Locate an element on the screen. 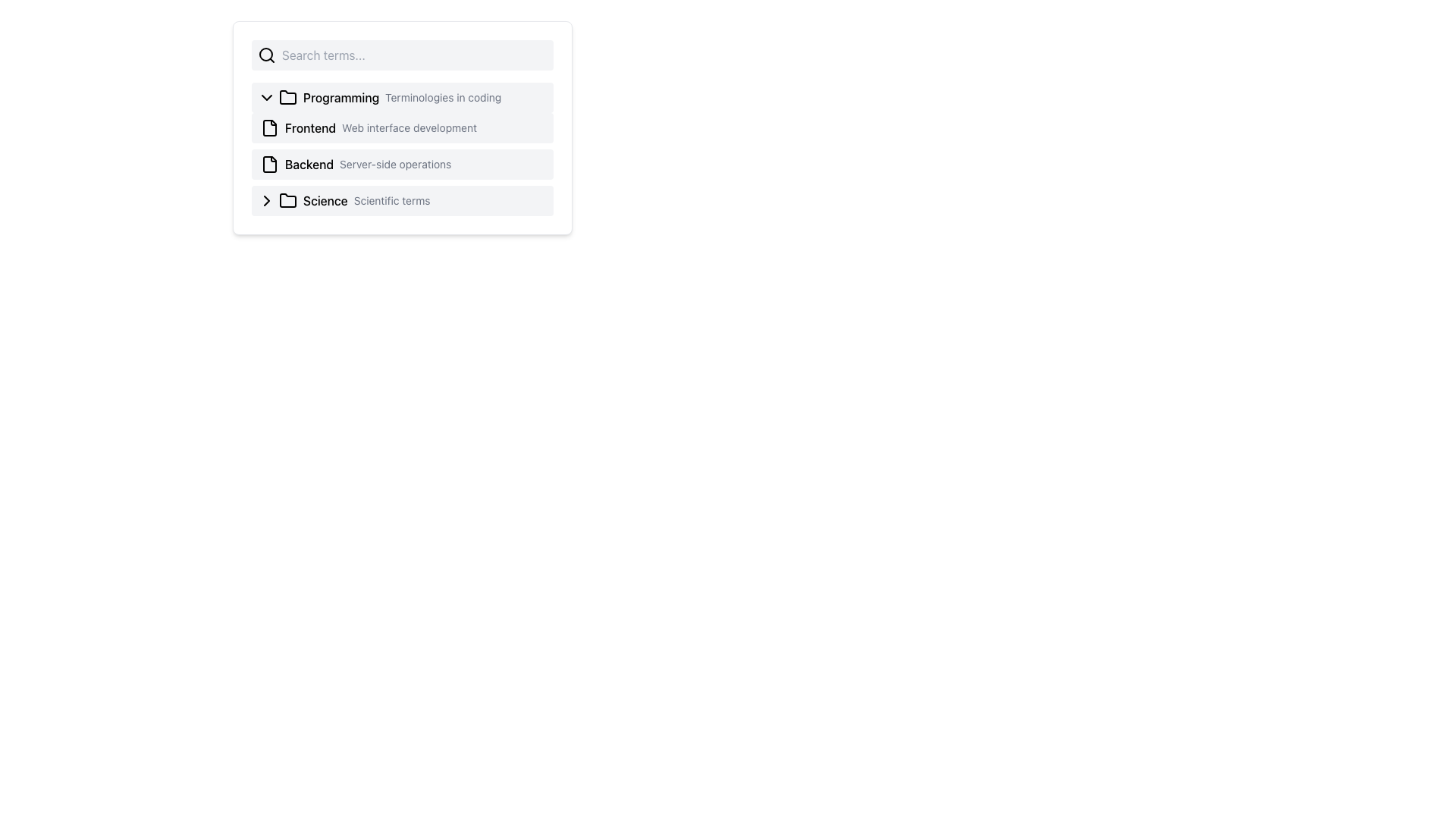 Image resolution: width=1456 pixels, height=819 pixels. the search icon located at the far left end of the search bar, preceding the placeholder text 'Search terms...' is located at coordinates (266, 55).